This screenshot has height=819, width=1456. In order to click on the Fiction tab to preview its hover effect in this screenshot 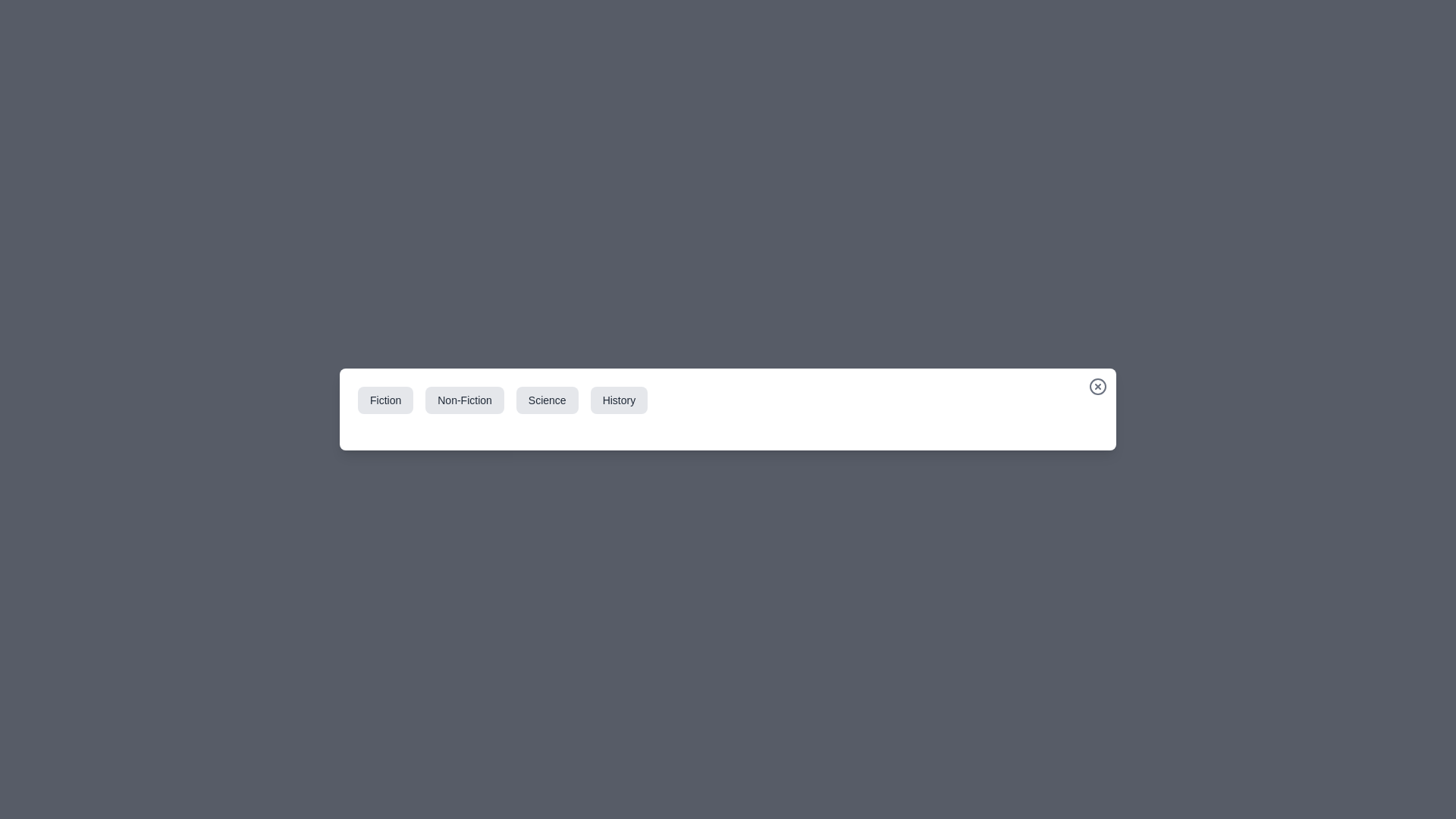, I will do `click(385, 400)`.